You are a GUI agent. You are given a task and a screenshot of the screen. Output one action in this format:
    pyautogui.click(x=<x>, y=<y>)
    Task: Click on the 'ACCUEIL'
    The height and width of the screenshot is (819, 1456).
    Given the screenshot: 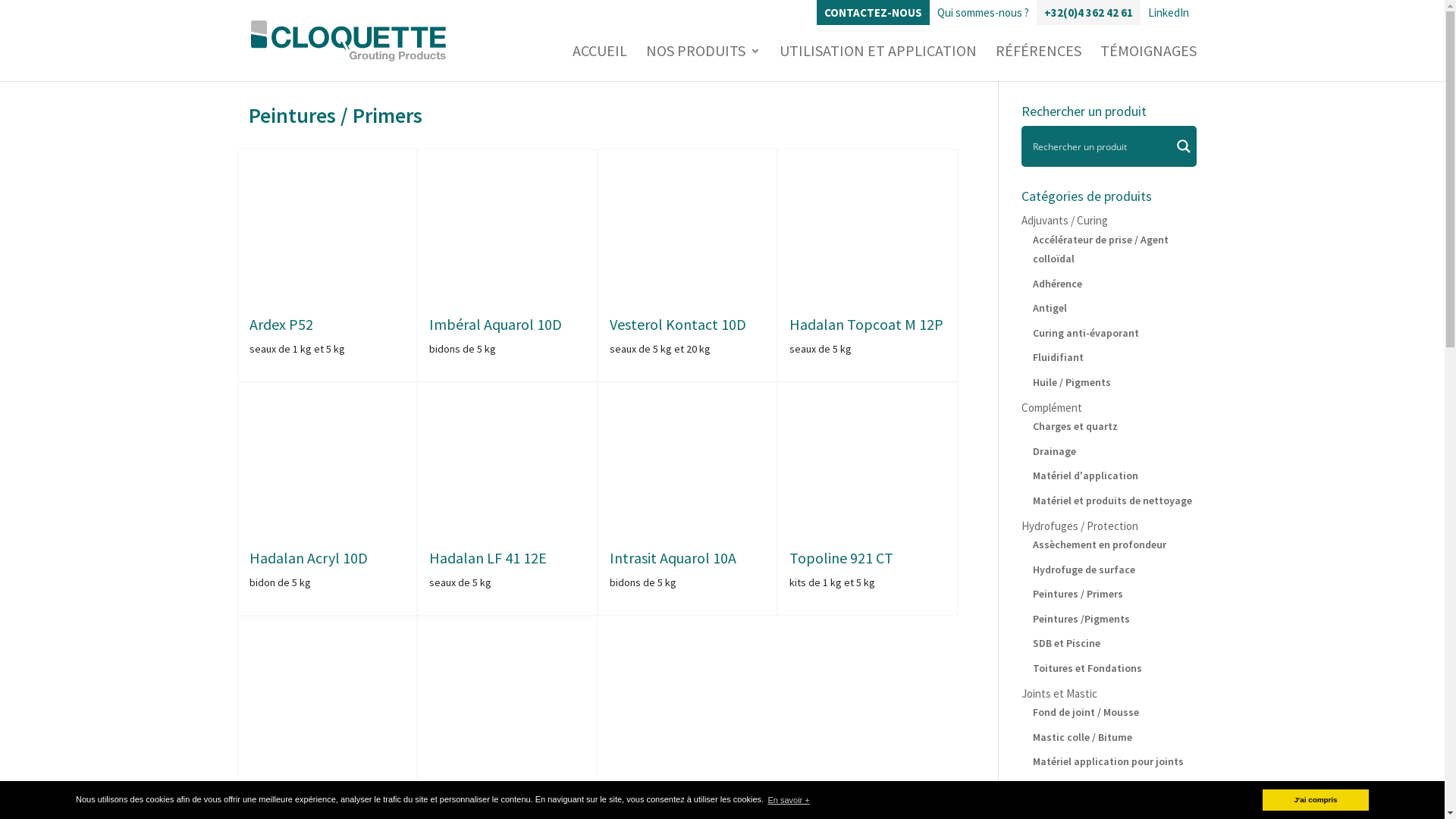 What is the action you would take?
    pyautogui.click(x=598, y=62)
    